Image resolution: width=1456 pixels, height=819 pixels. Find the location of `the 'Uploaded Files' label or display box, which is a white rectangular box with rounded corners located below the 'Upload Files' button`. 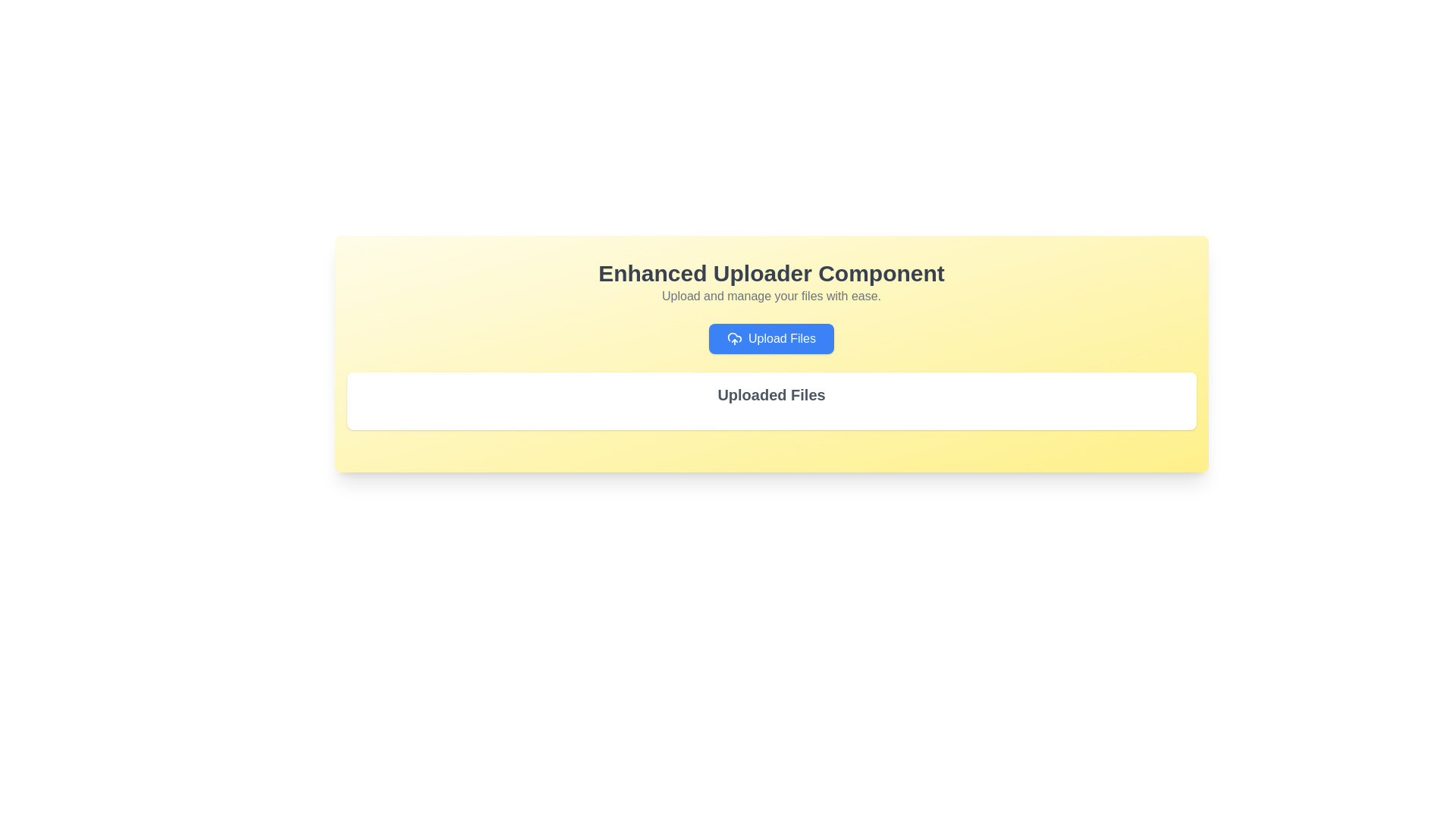

the 'Uploaded Files' label or display box, which is a white rectangular box with rounded corners located below the 'Upload Files' button is located at coordinates (771, 400).